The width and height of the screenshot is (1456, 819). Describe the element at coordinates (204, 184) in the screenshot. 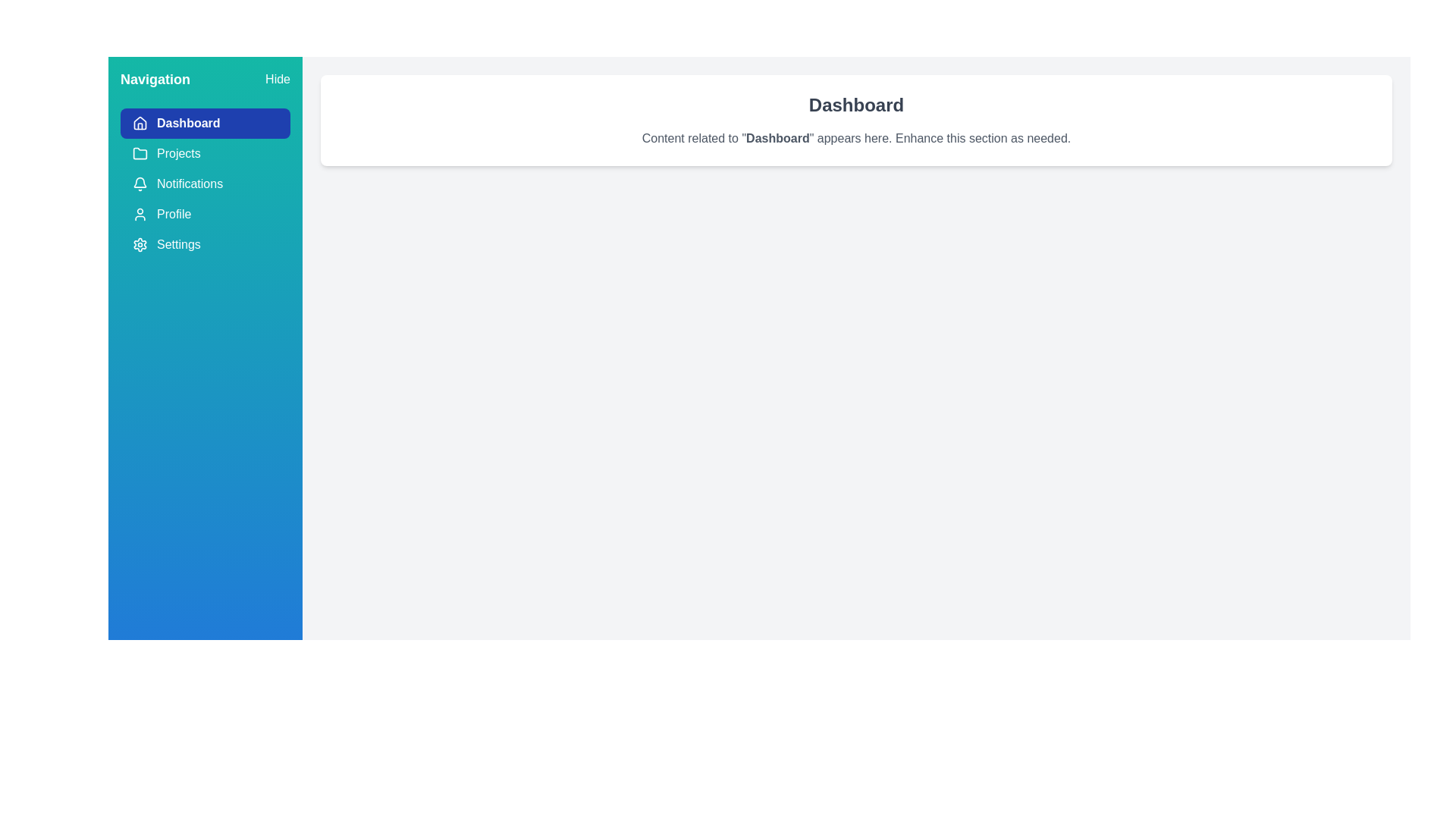

I see `the menu item Notifications from the drawer` at that location.